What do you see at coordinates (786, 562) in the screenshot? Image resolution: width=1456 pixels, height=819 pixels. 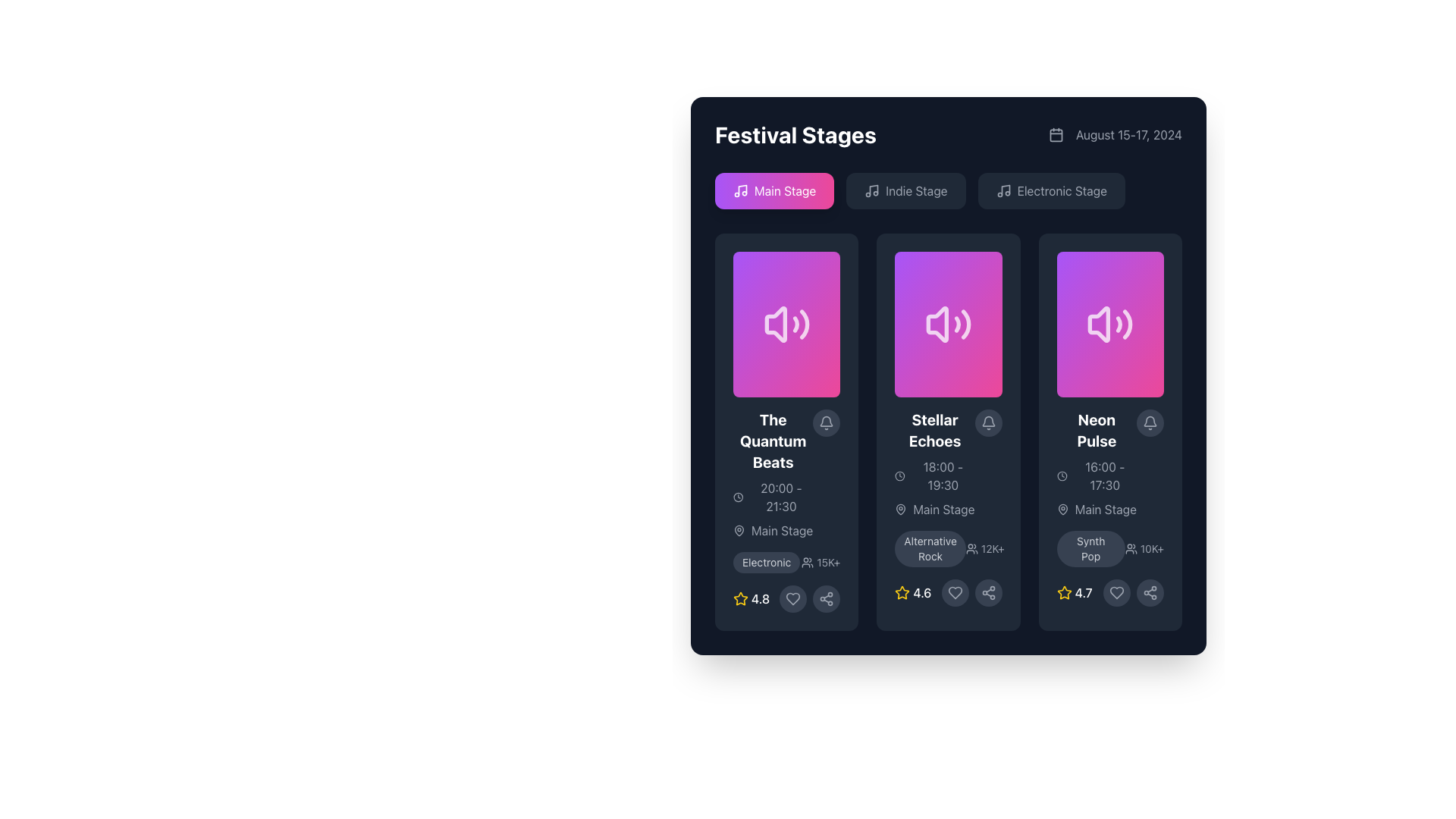 I see `the text label with an icon indicating the genre 'Electronic' and popularity '15K+ attendees' located at the bottom-left of the first card for 'The Quantum Beats'` at bounding box center [786, 562].